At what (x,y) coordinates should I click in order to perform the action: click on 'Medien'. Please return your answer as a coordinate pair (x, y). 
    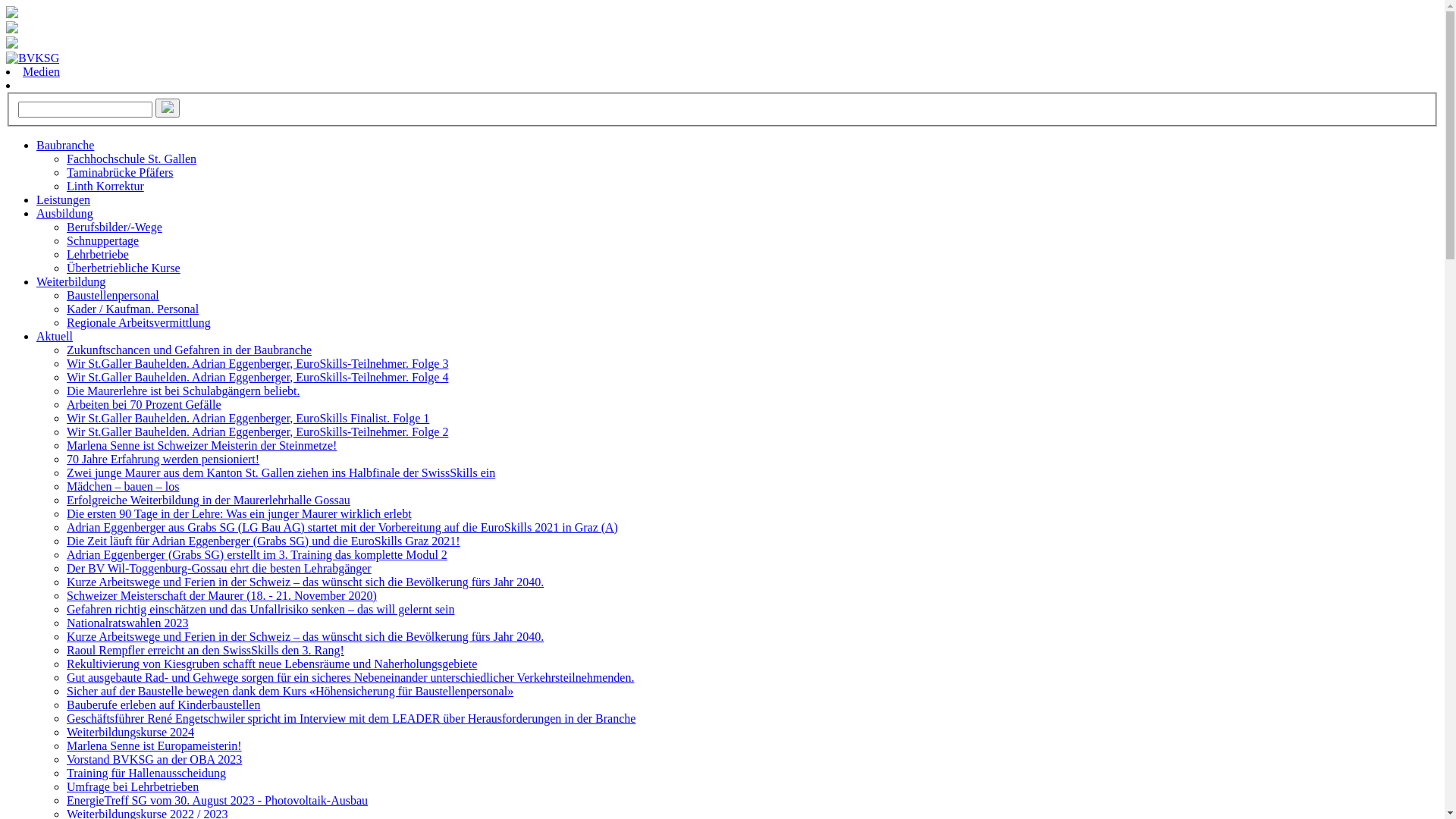
    Looking at the image, I should click on (22, 71).